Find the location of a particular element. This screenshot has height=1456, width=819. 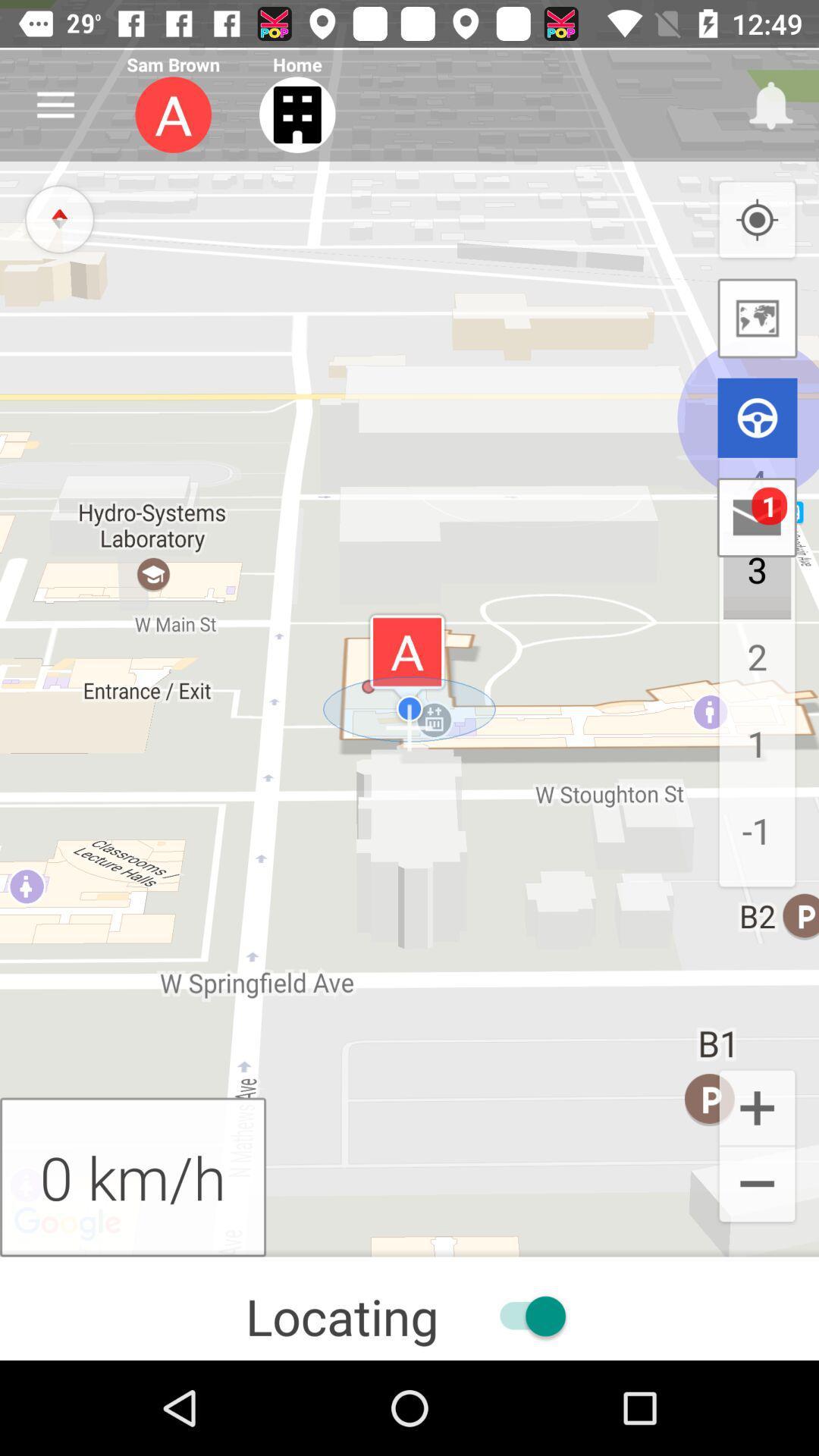

the add icon is located at coordinates (757, 1106).